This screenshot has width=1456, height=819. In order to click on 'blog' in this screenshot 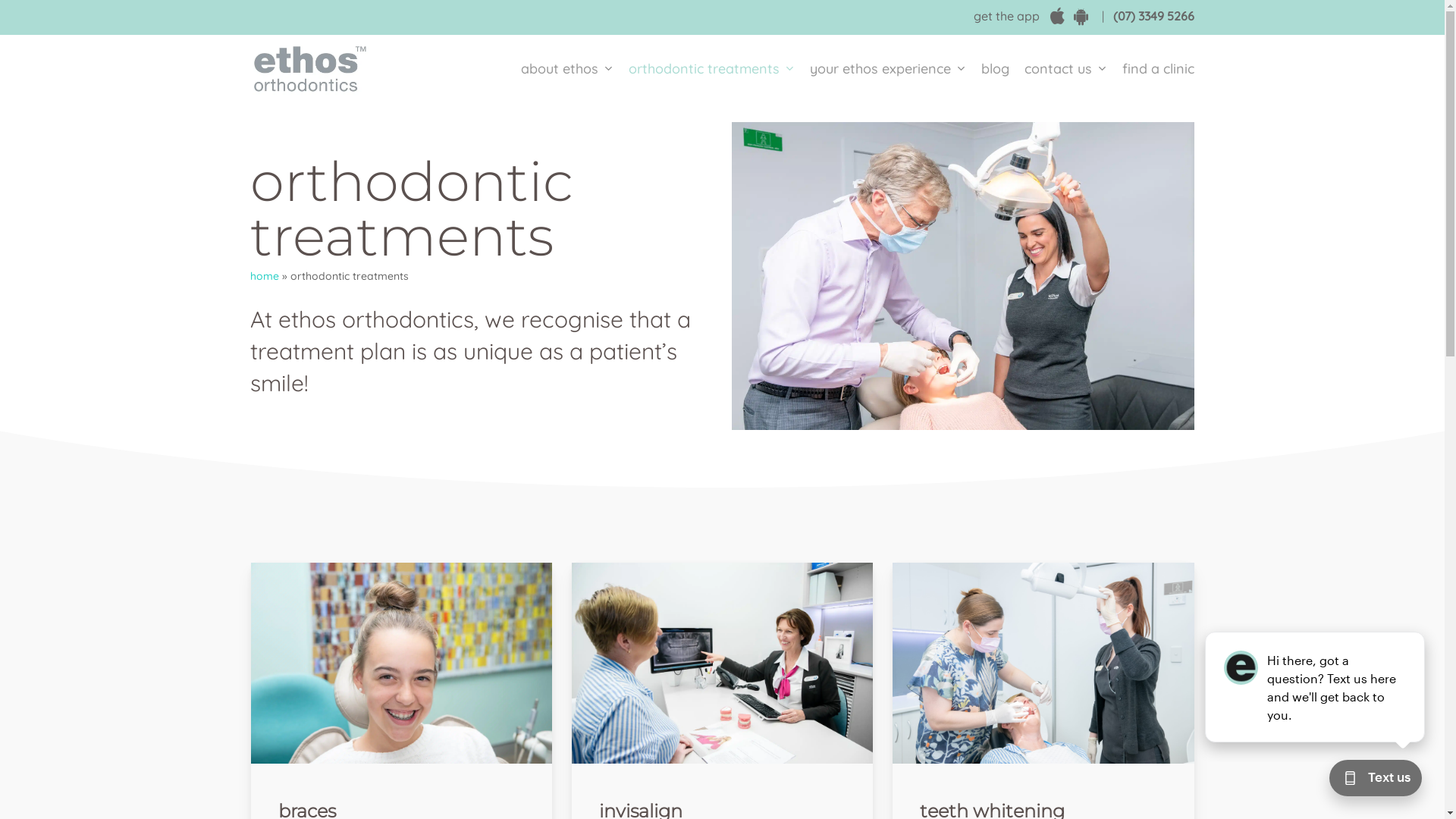, I will do `click(995, 69)`.